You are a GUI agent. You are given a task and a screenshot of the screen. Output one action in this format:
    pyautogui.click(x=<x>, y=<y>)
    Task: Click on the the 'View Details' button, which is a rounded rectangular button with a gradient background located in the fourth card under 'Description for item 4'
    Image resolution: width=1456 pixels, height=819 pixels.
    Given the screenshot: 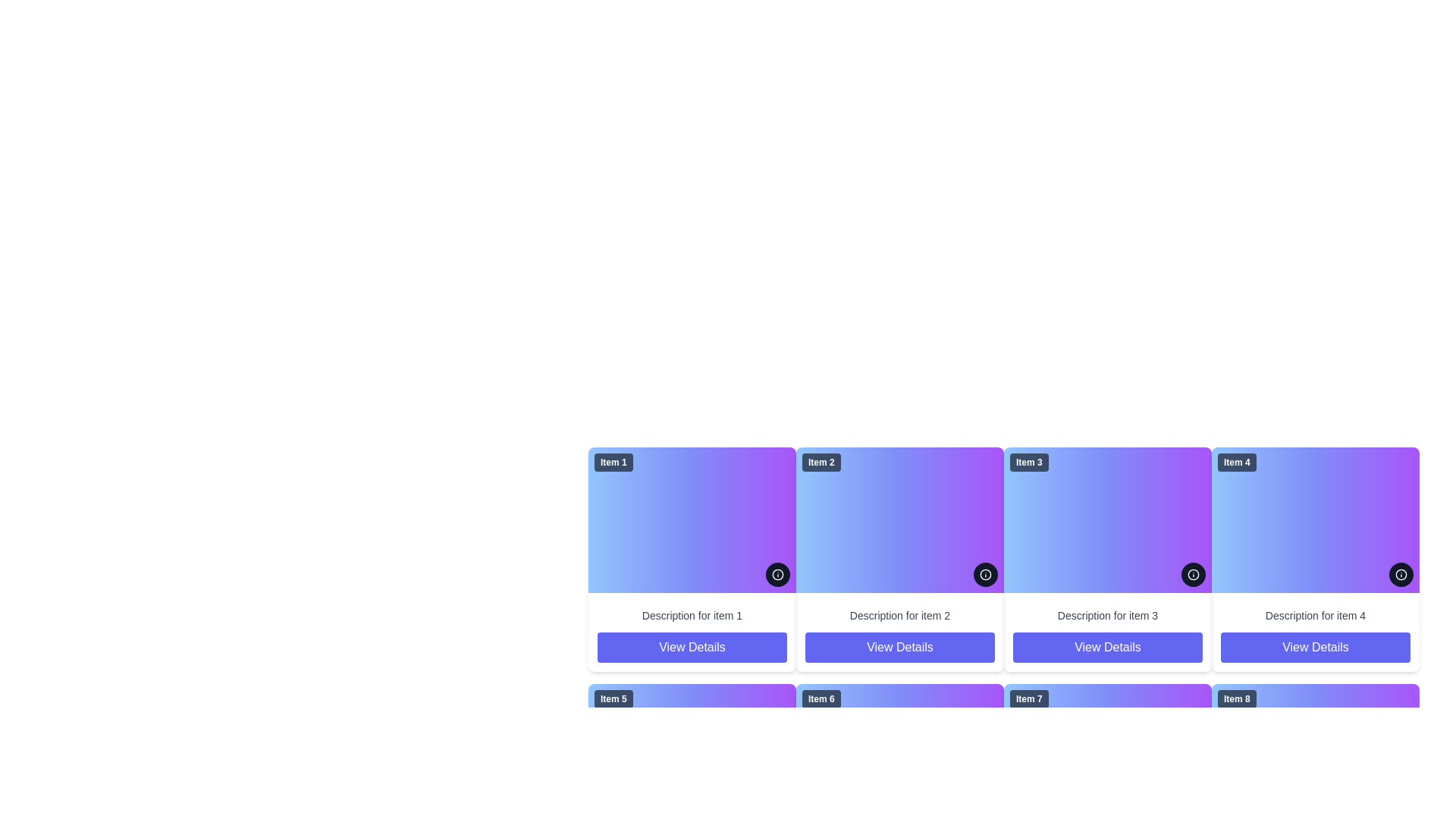 What is the action you would take?
    pyautogui.click(x=1314, y=647)
    